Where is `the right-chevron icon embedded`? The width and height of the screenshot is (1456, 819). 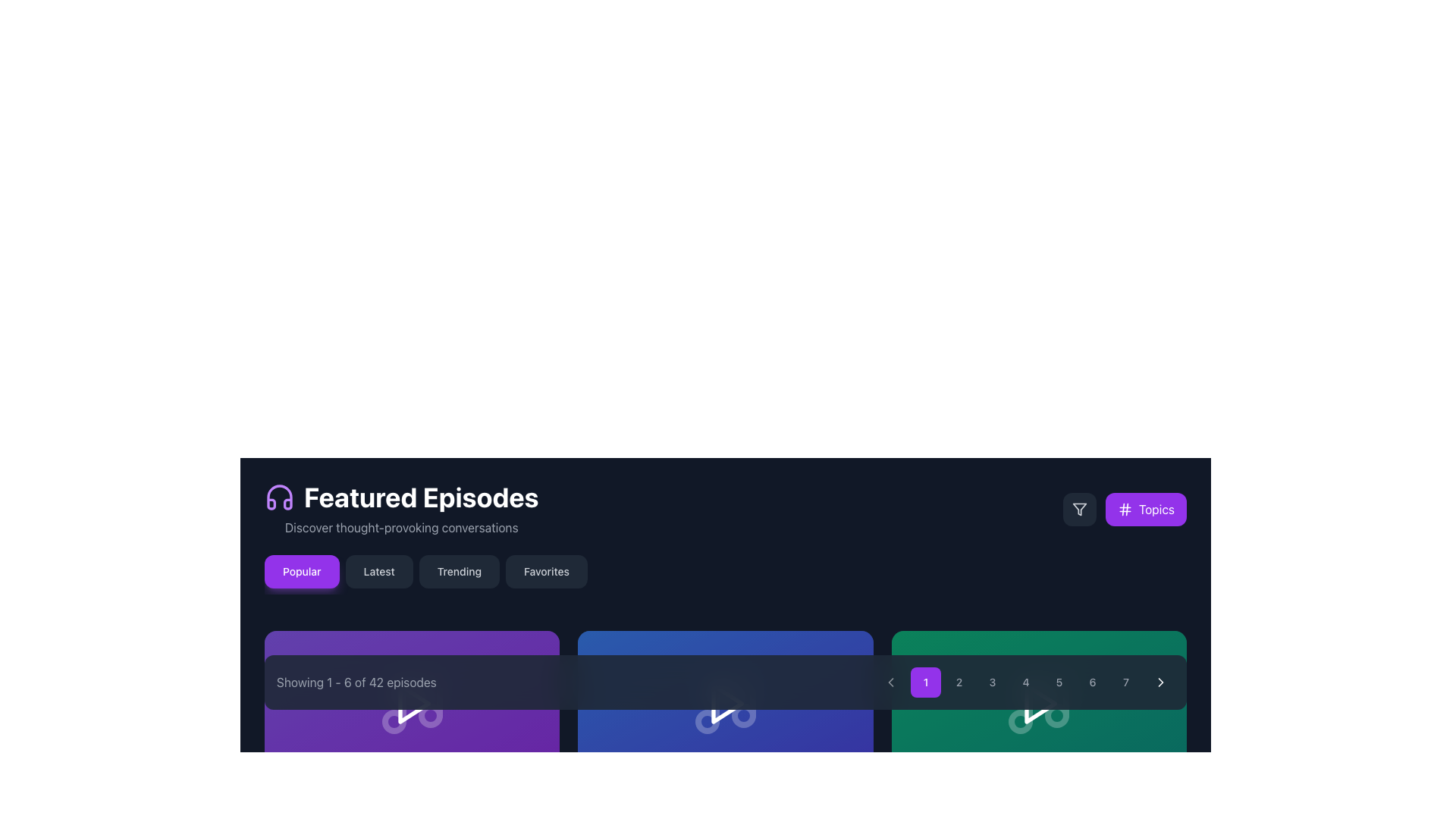
the right-chevron icon embedded is located at coordinates (1160, 681).